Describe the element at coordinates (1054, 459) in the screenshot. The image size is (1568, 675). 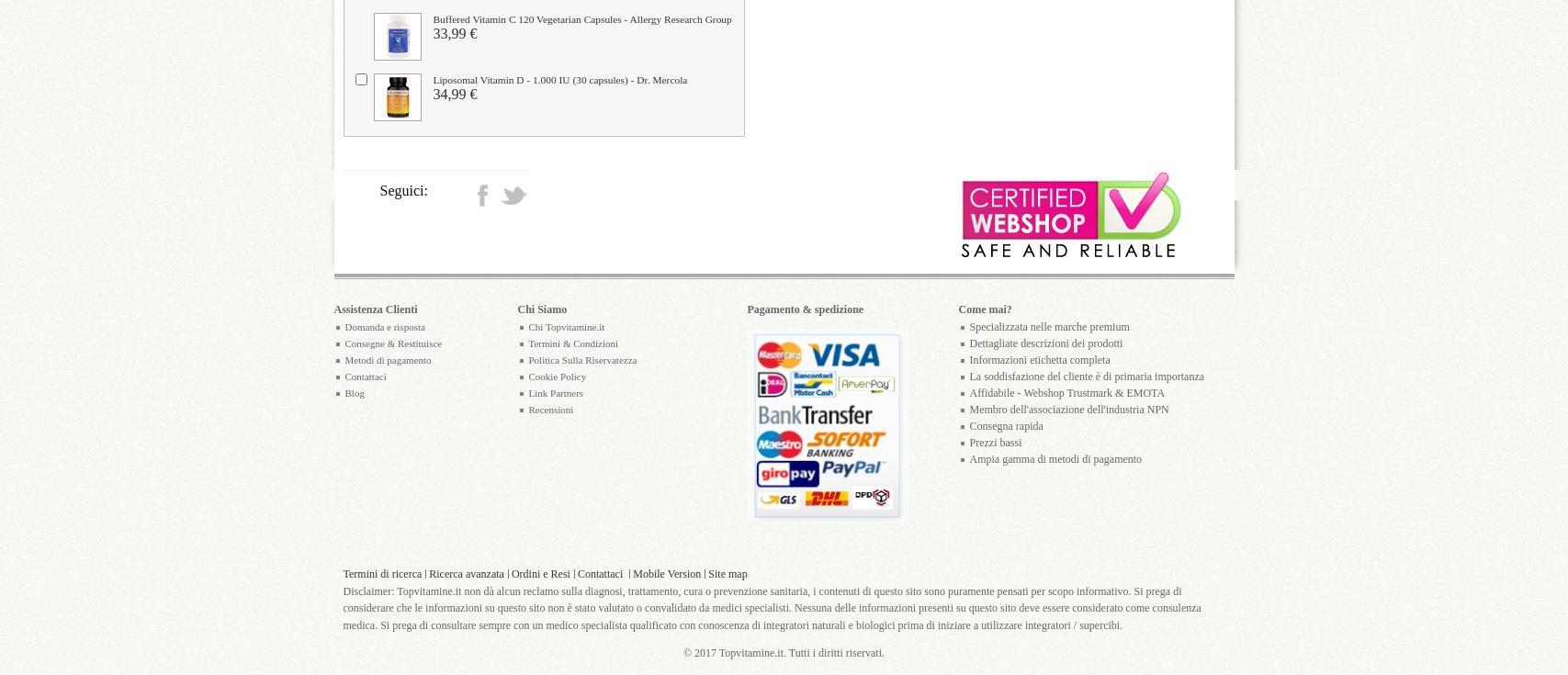
I see `'Ampia gamma di metodi di pagamento'` at that location.